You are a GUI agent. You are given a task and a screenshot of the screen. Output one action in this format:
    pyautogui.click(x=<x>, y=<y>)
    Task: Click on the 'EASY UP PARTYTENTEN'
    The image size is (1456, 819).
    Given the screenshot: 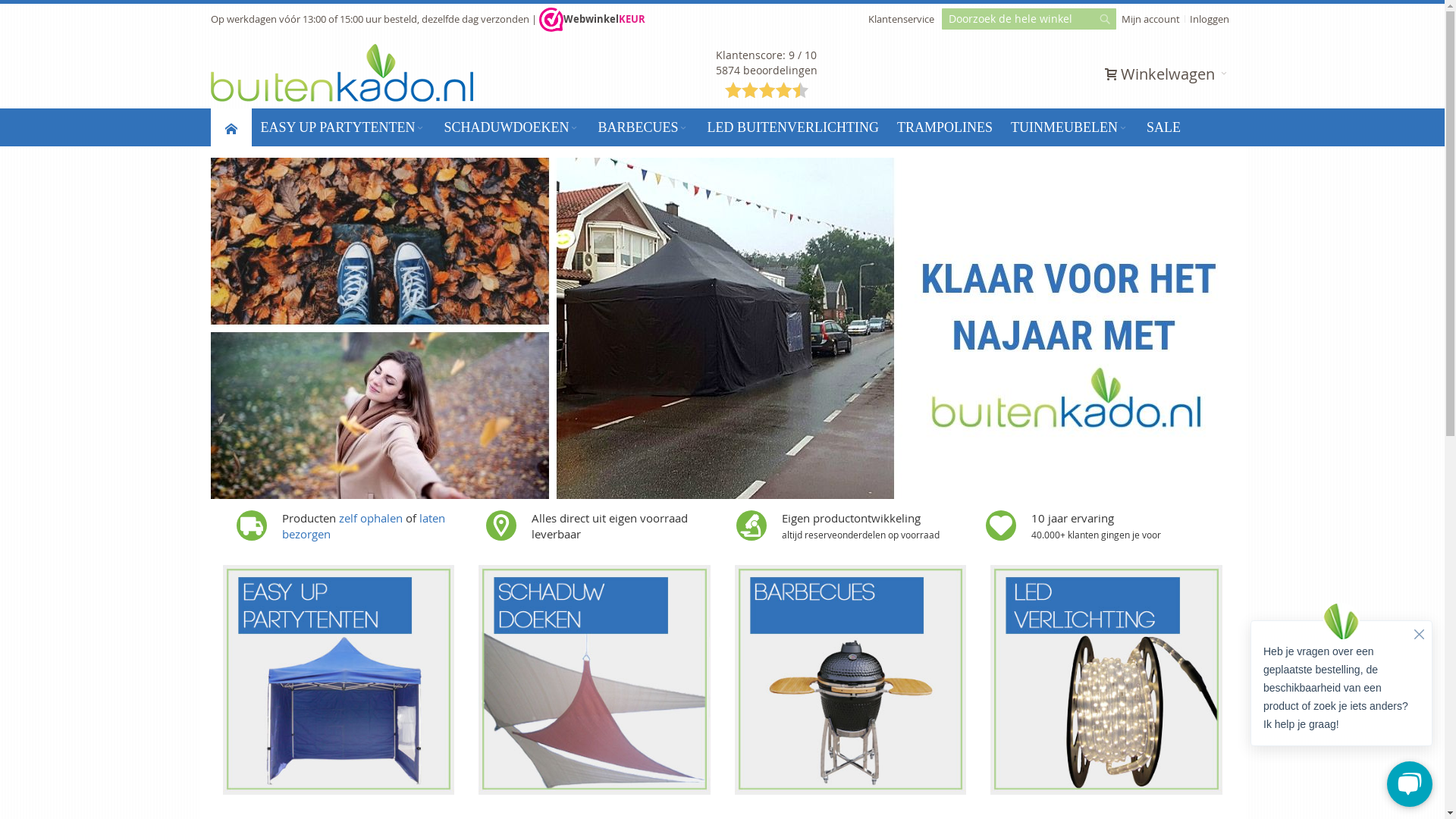 What is the action you would take?
    pyautogui.click(x=342, y=127)
    